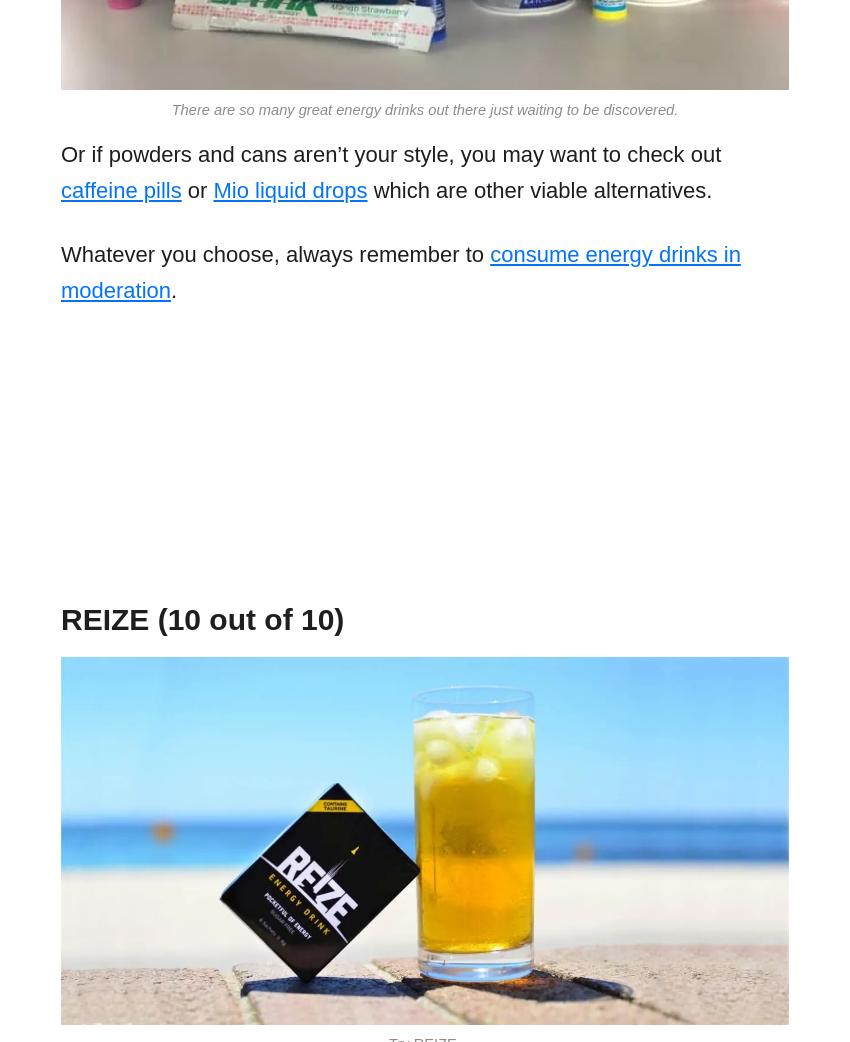 The width and height of the screenshot is (850, 1042). What do you see at coordinates (400, 271) in the screenshot?
I see `'consume energy drinks in moderation'` at bounding box center [400, 271].